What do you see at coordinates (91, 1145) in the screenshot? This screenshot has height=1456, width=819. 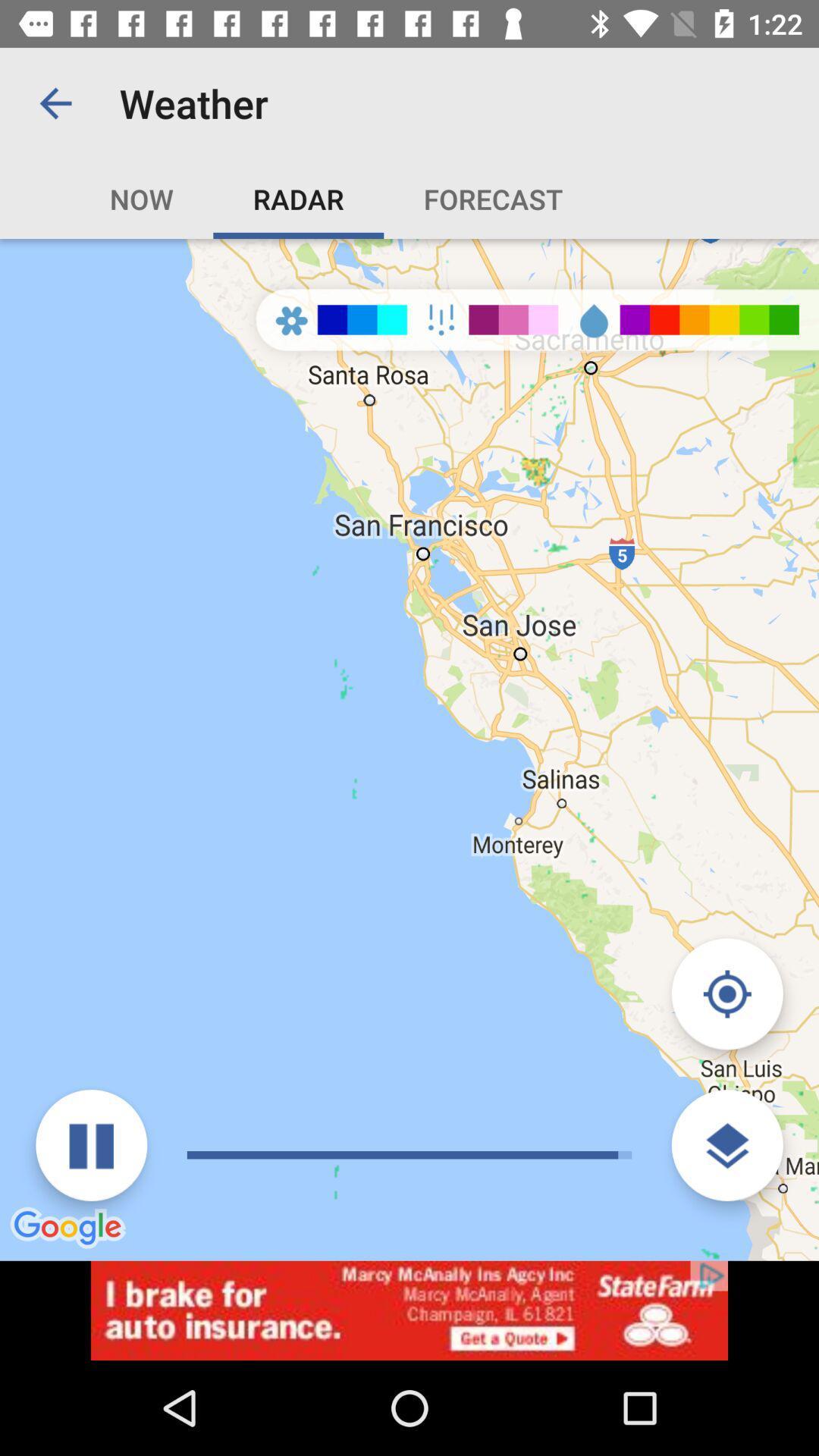 I see `pause video` at bounding box center [91, 1145].